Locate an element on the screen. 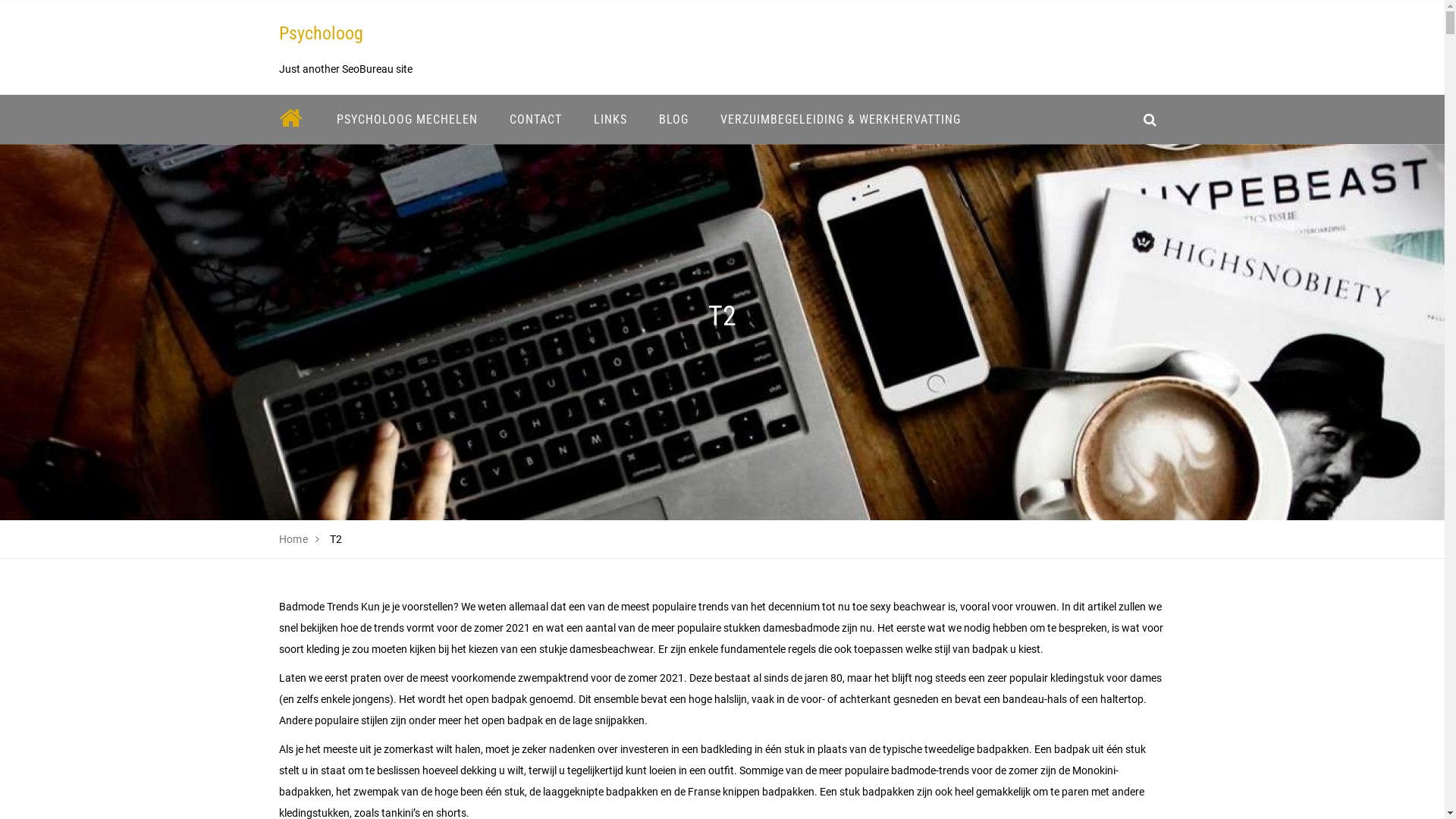 The height and width of the screenshot is (819, 1456). 'Home' is located at coordinates (293, 538).